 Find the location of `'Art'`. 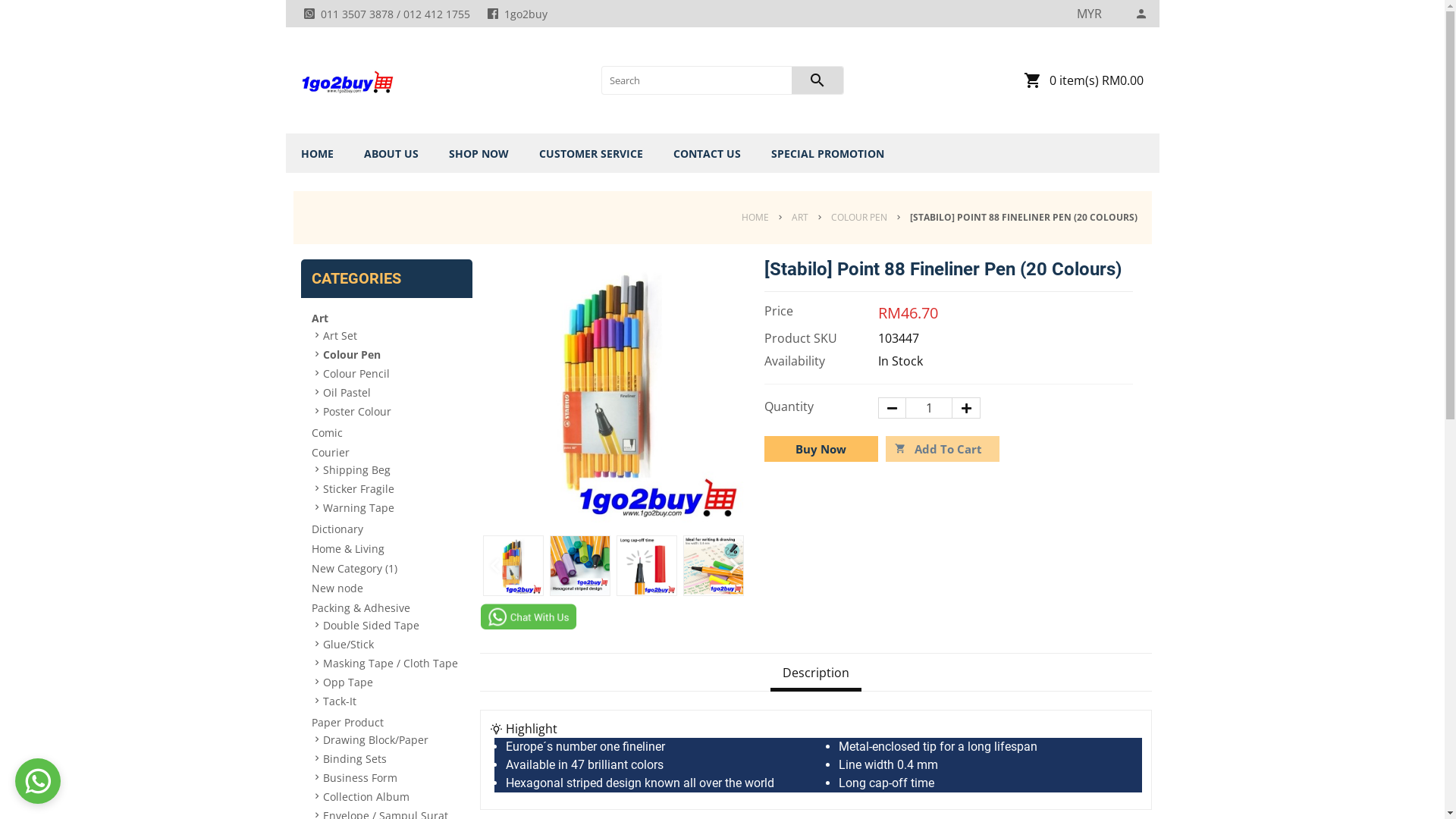

'Art' is located at coordinates (385, 316).